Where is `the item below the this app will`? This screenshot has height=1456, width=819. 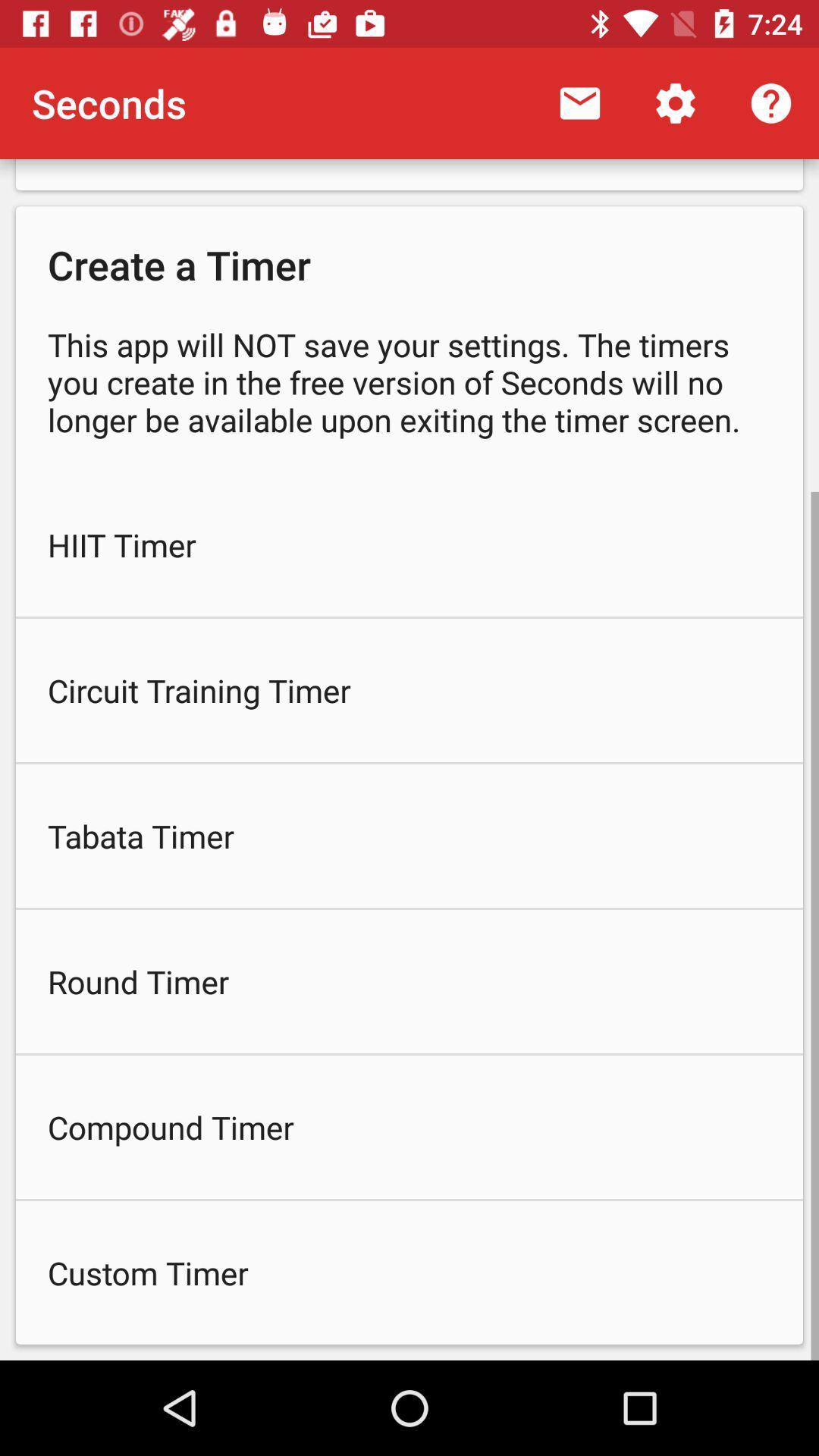
the item below the this app will is located at coordinates (409, 544).